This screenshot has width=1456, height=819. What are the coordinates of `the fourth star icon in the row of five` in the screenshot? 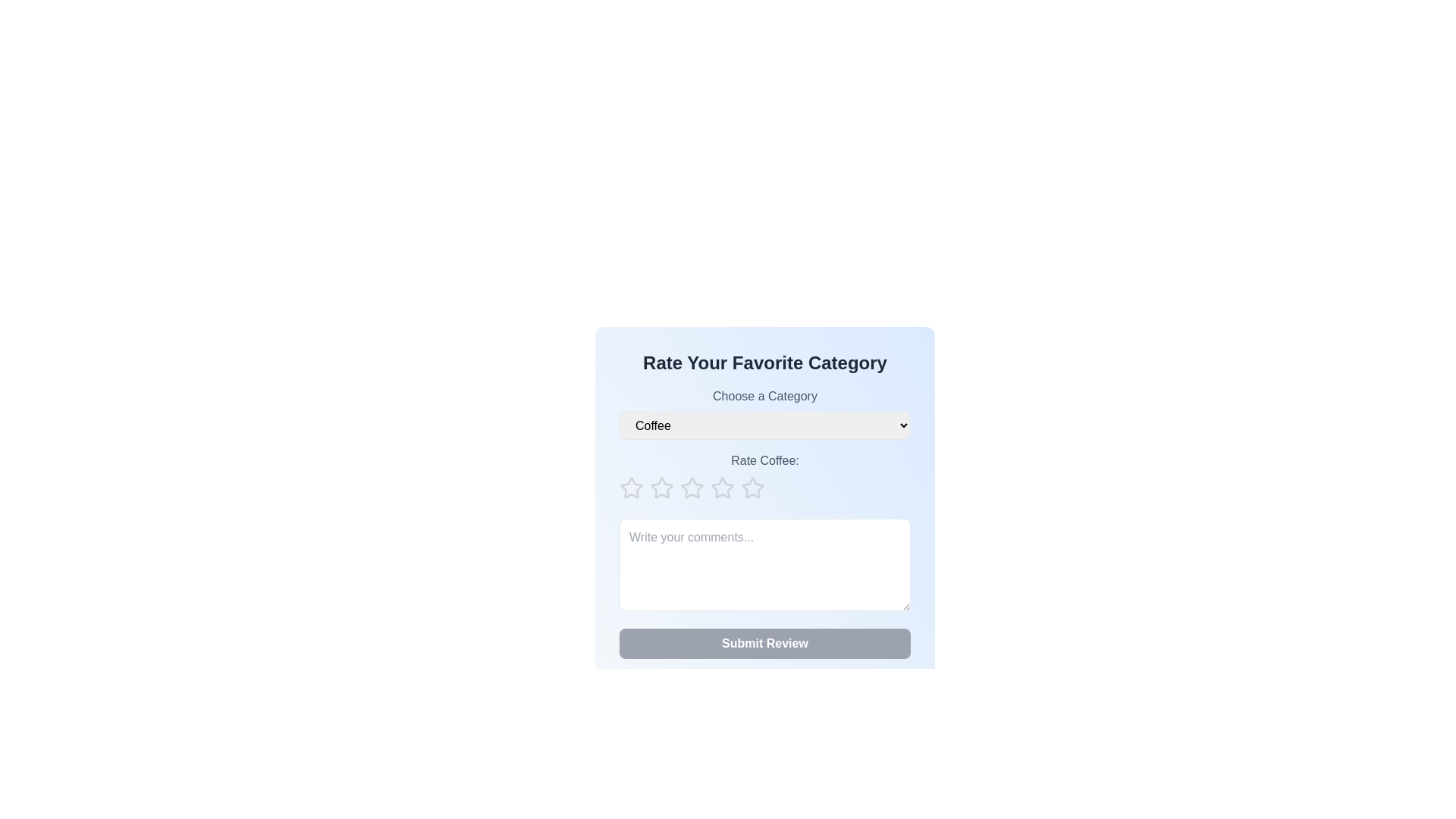 It's located at (752, 488).